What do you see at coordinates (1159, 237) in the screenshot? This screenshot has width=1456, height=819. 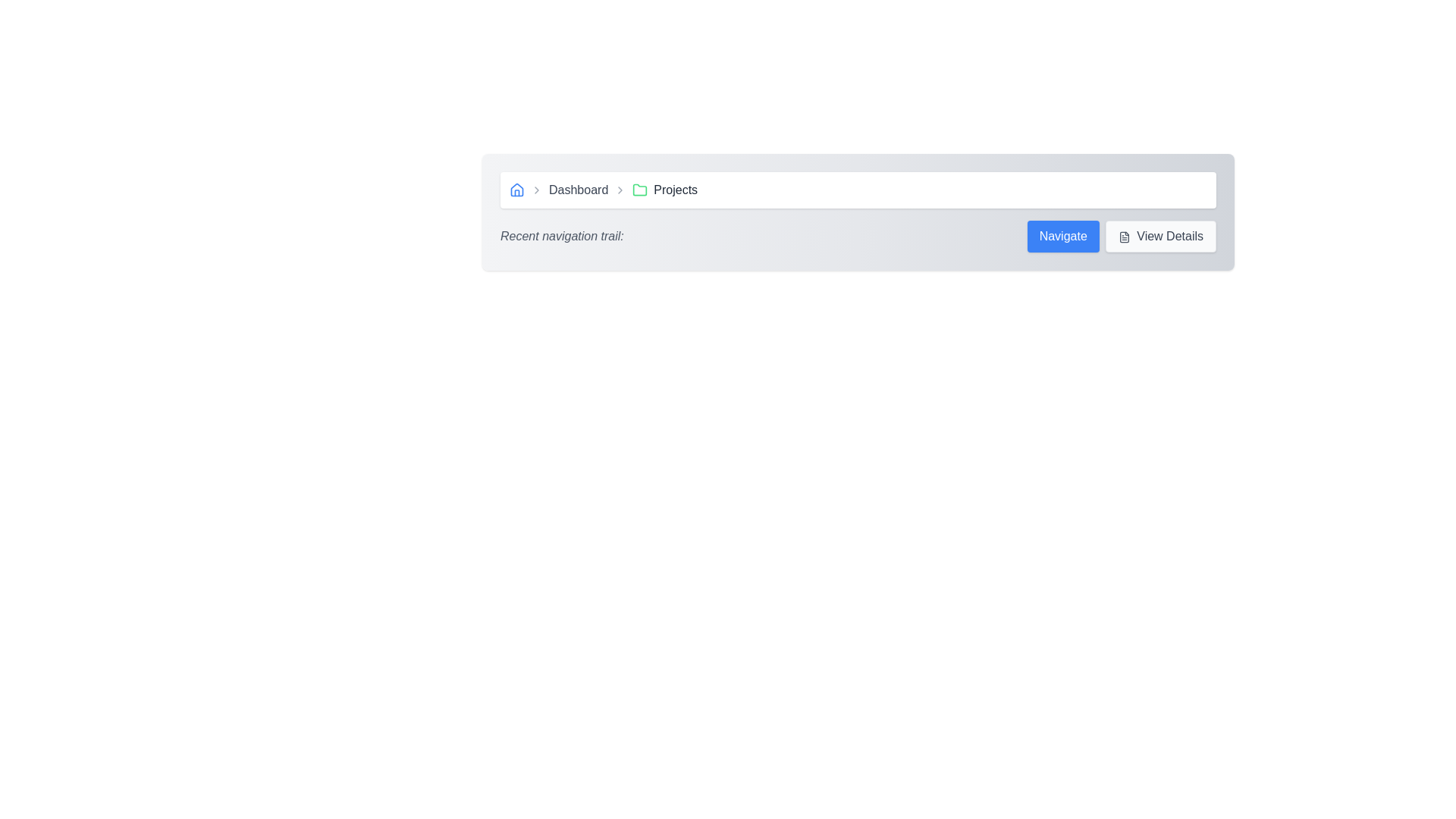 I see `the 'View Details' button, which is a rectangular button with rounded corners, light gray background, dark gray borders, and contains a file icon on the left and the text 'View Details' on the right` at bounding box center [1159, 237].